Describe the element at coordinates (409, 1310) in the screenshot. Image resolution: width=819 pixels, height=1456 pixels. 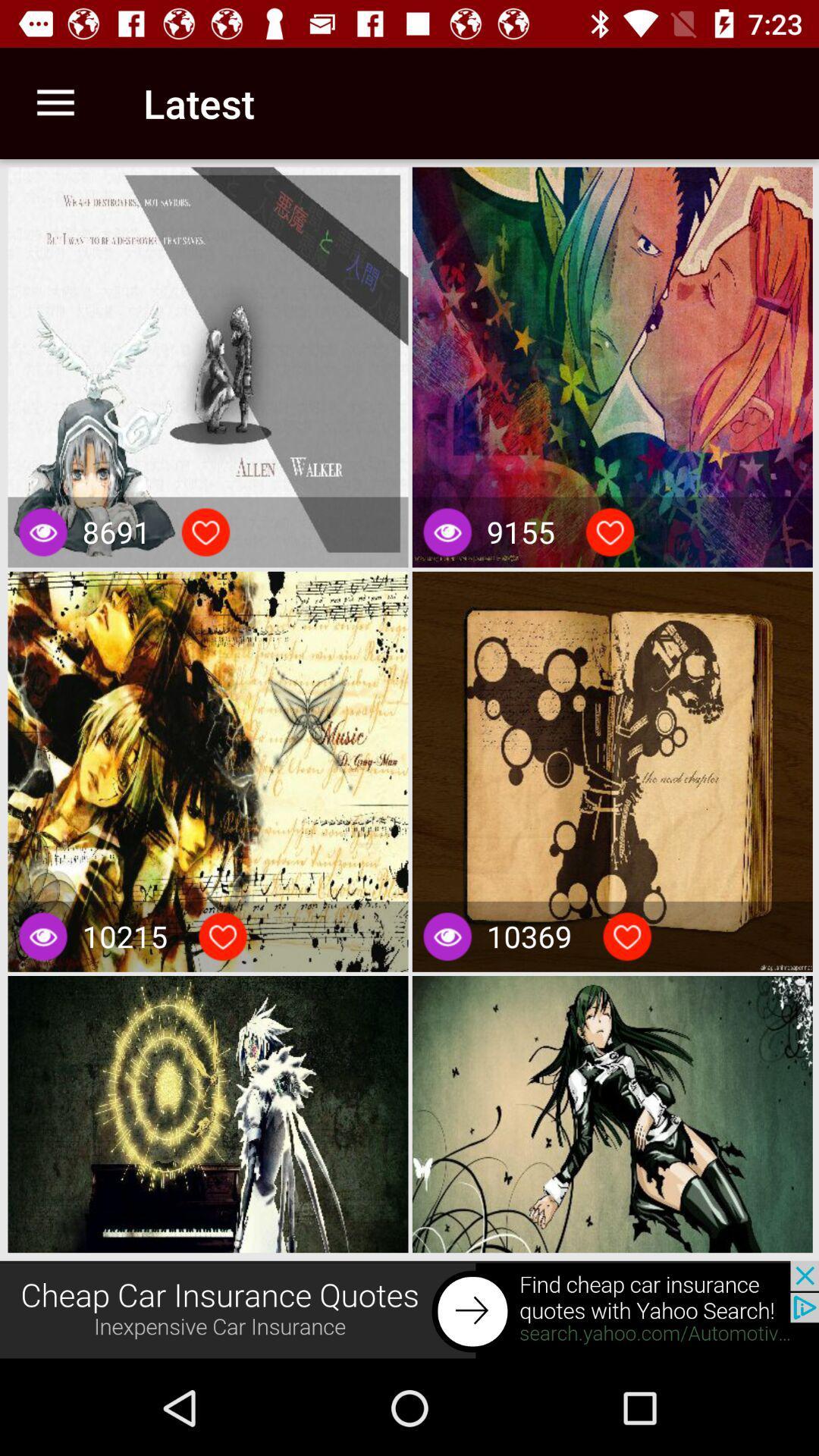
I see `open advertisement` at that location.